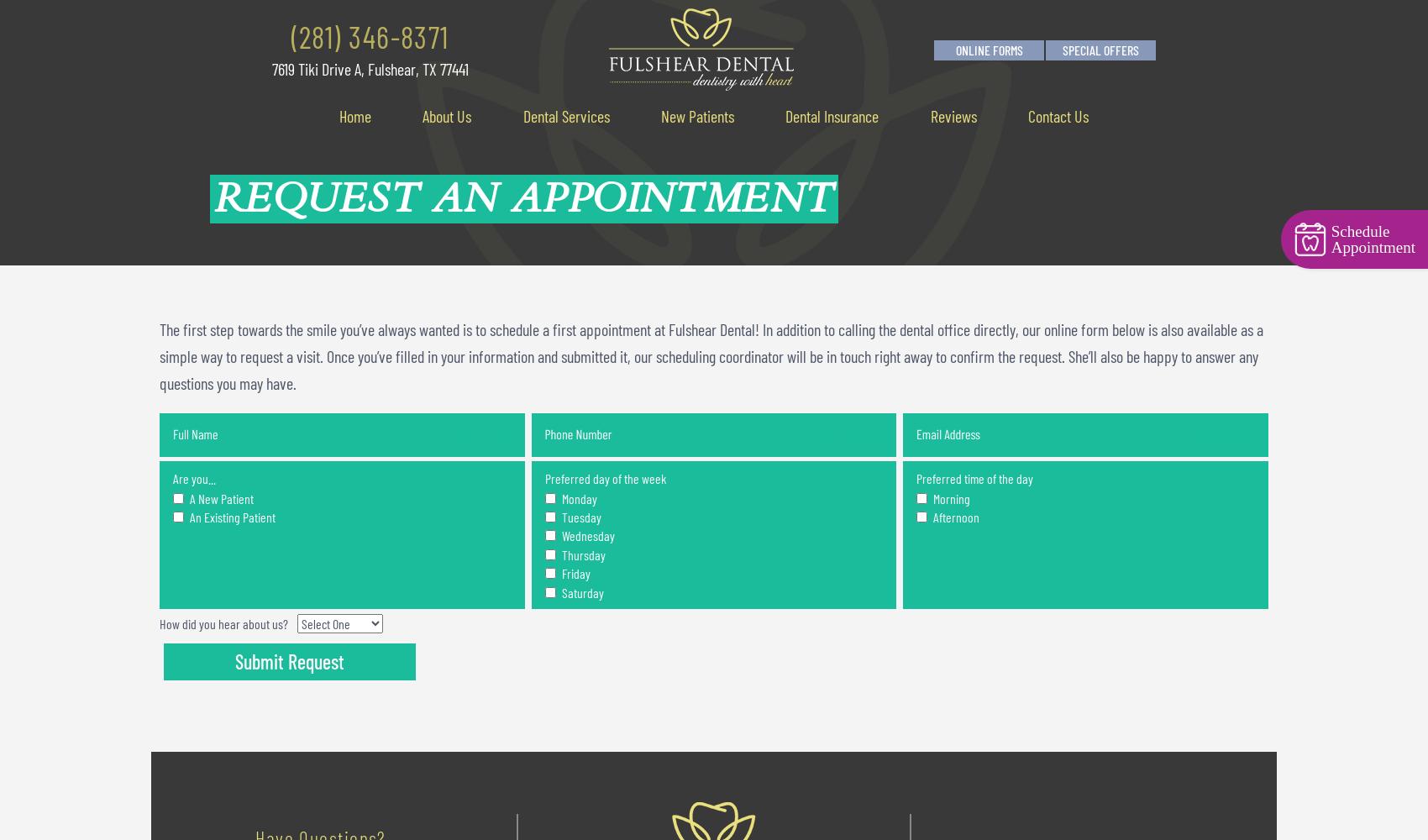  Describe the element at coordinates (288, 660) in the screenshot. I see `'Submit Request'` at that location.